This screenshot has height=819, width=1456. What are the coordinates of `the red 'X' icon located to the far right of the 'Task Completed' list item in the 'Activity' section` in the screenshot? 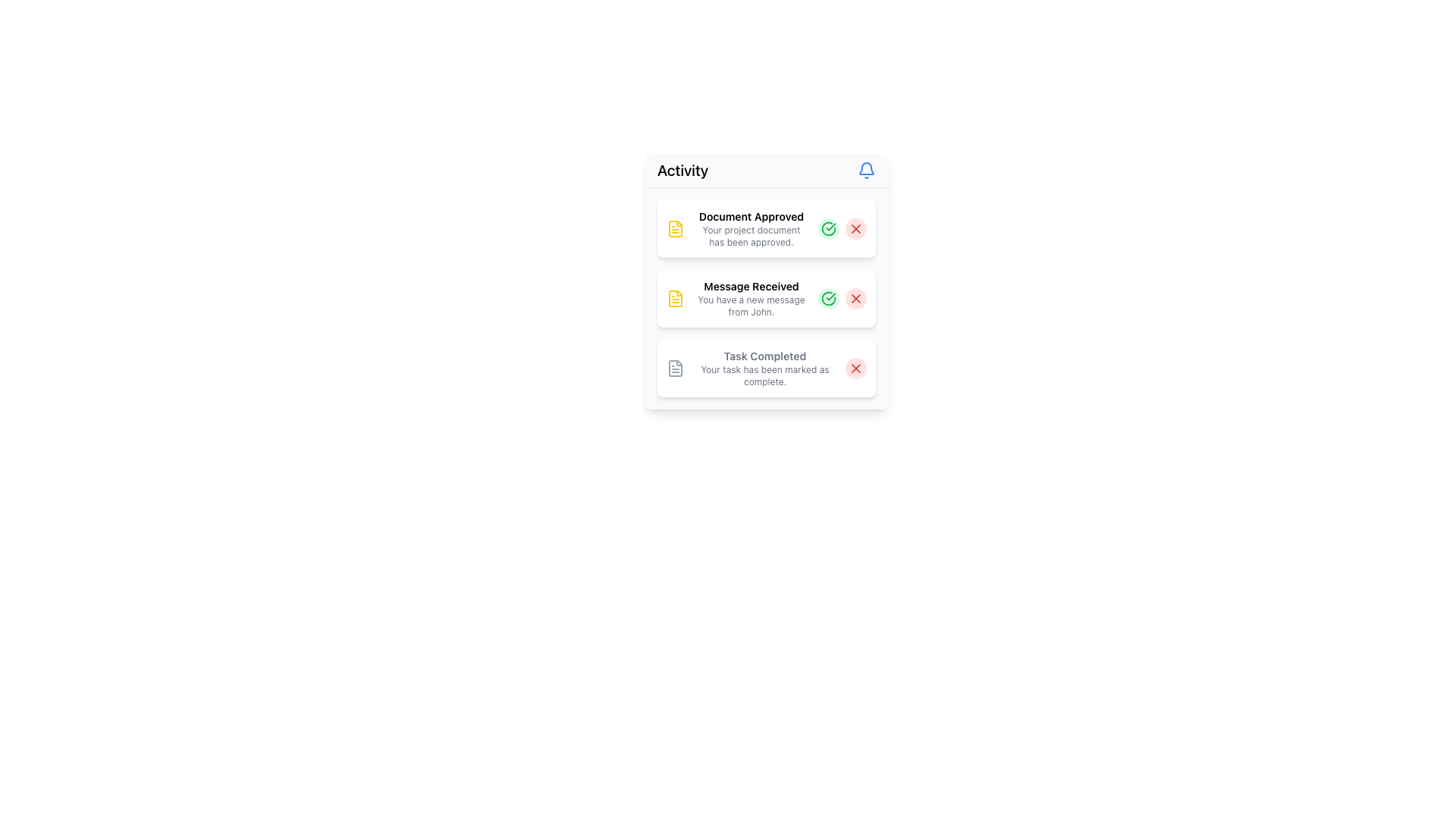 It's located at (855, 369).